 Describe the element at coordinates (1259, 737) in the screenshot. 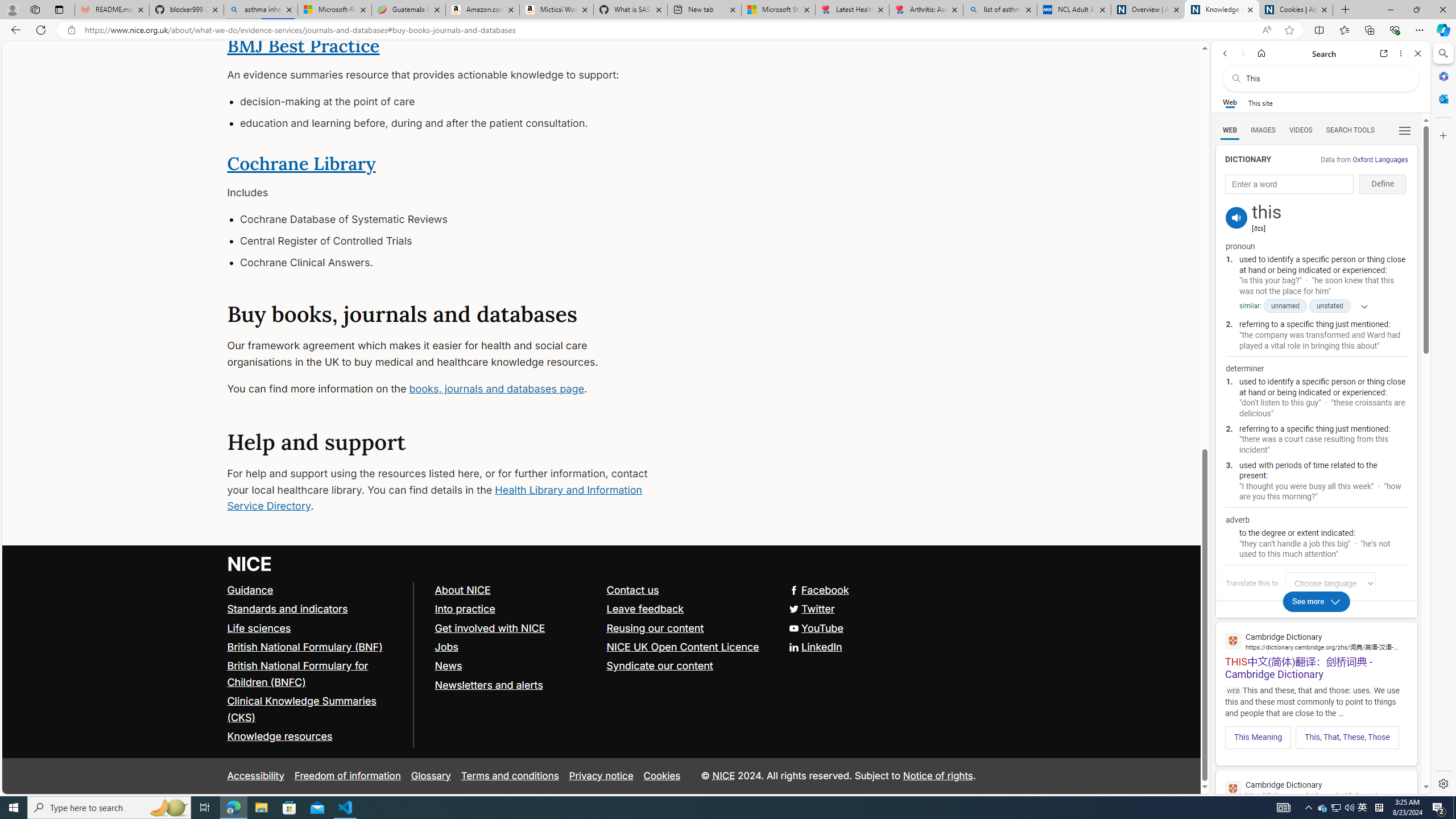

I see `'This Meaning'` at that location.